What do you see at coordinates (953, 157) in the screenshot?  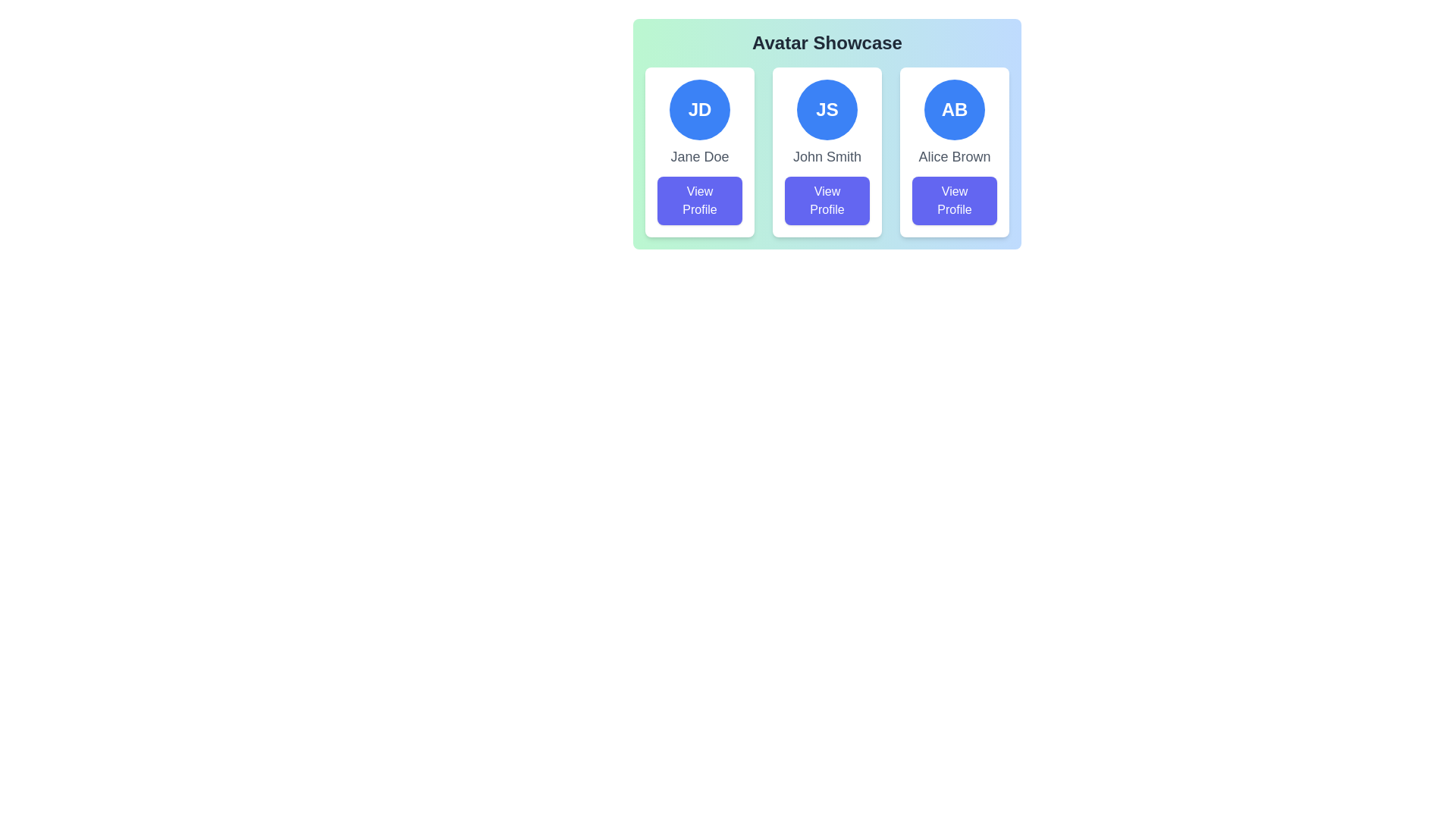 I see `the text label displaying 'Alice Brown', which is located under the circular avatar with 'AB' and above the 'View Profile' button` at bounding box center [953, 157].